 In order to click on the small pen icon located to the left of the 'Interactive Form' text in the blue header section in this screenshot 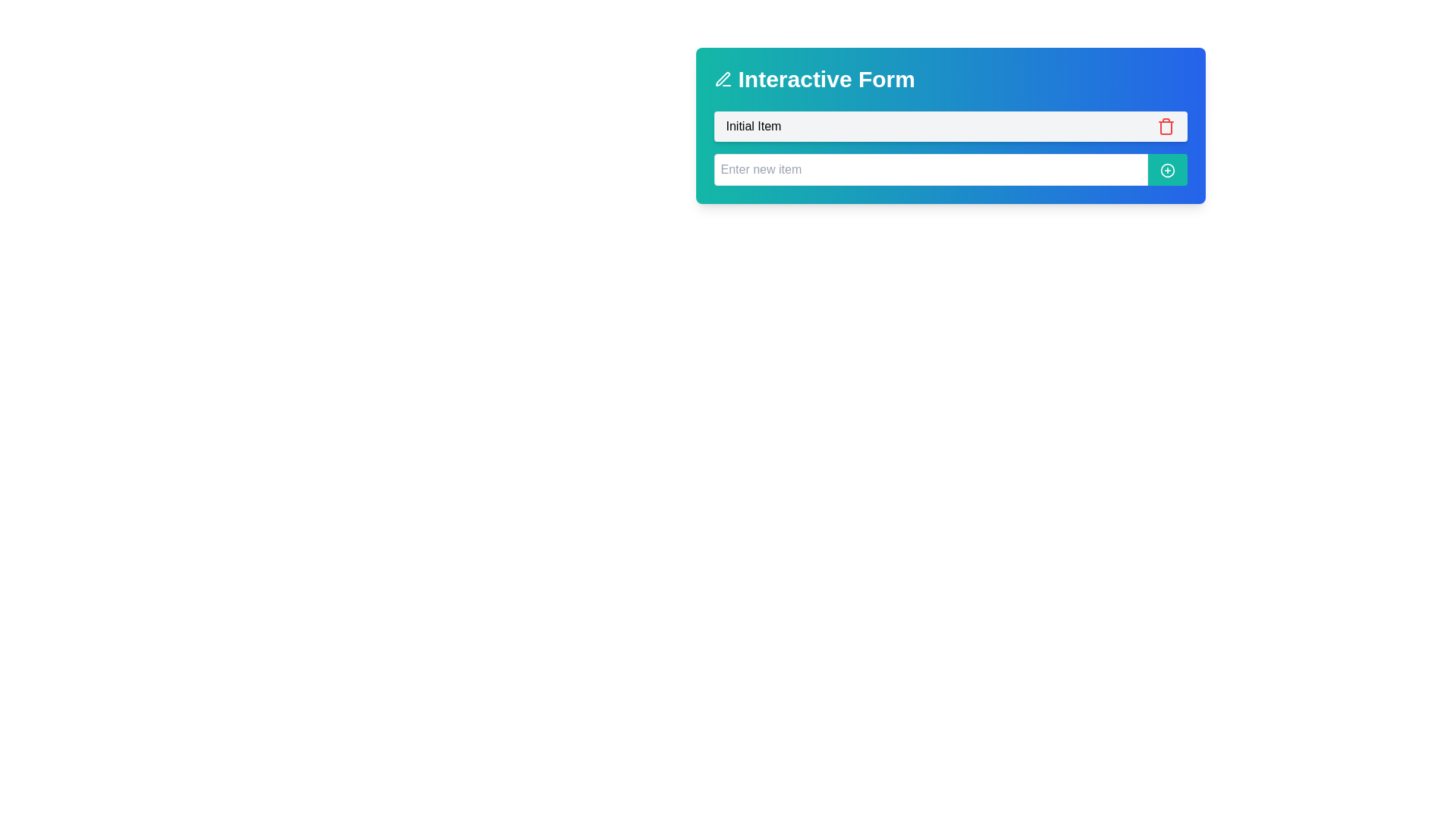, I will do `click(722, 79)`.